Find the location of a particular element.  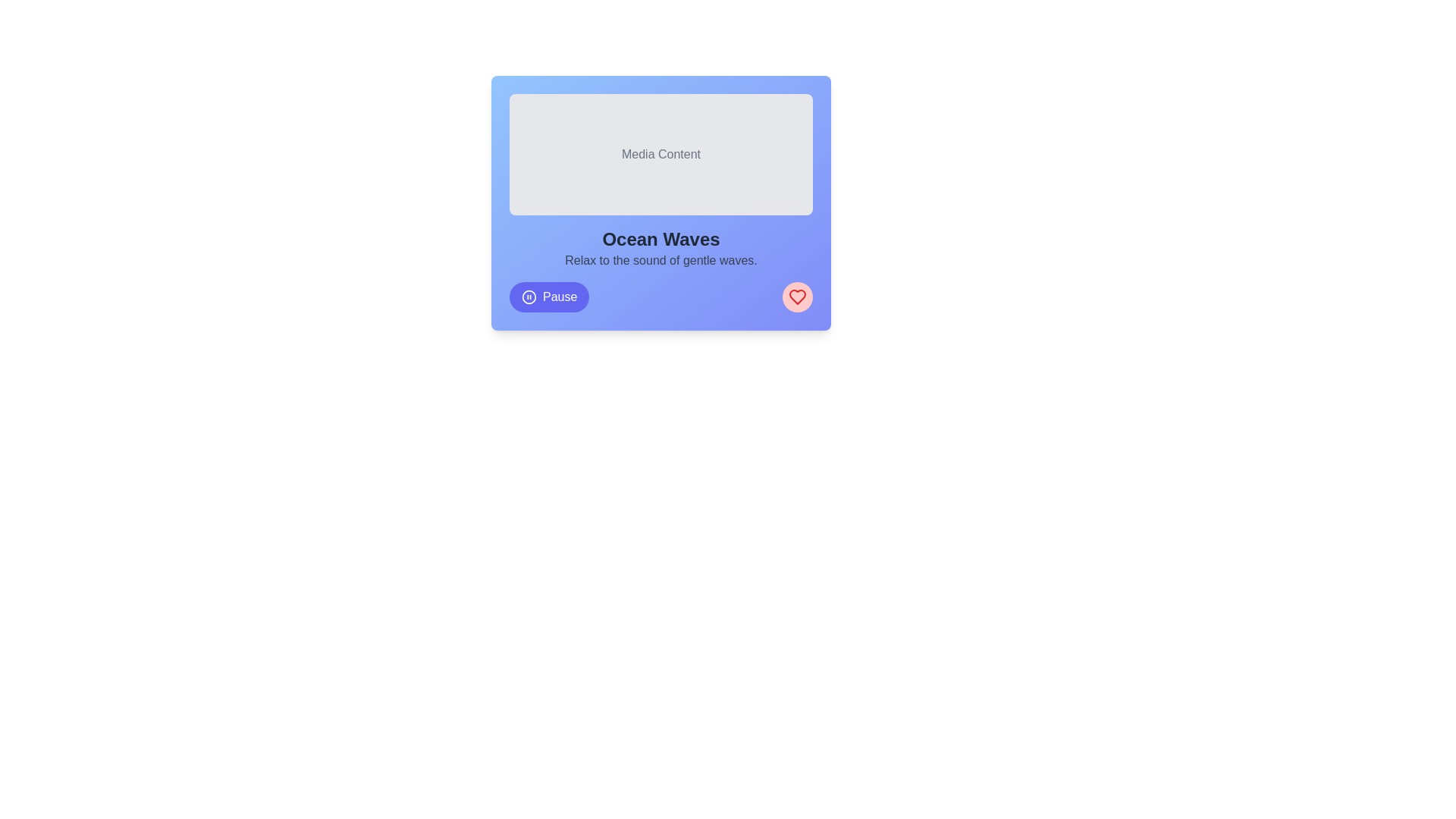

the decorative circle element that encircles the pause icon located in the lower-left corner of the card interface is located at coordinates (529, 297).